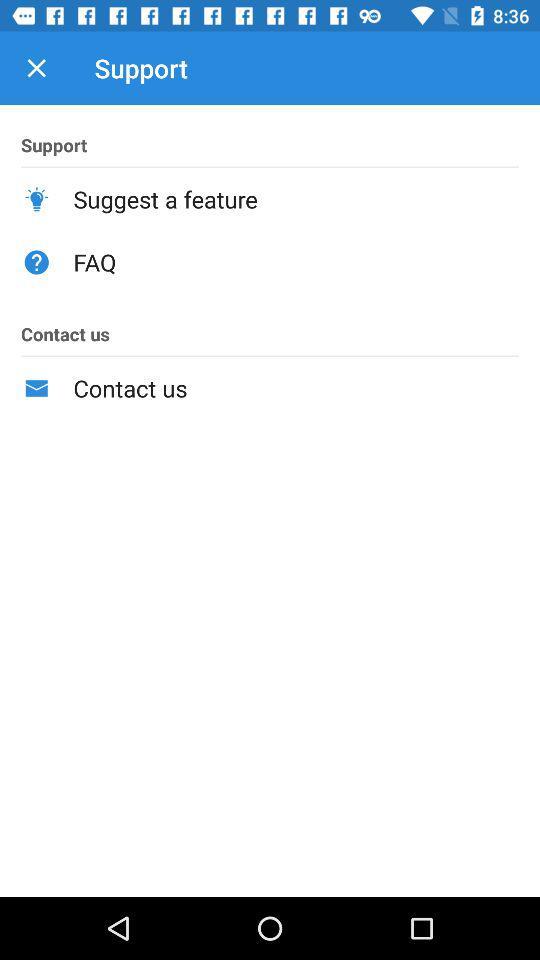  What do you see at coordinates (295, 199) in the screenshot?
I see `icon above faq` at bounding box center [295, 199].